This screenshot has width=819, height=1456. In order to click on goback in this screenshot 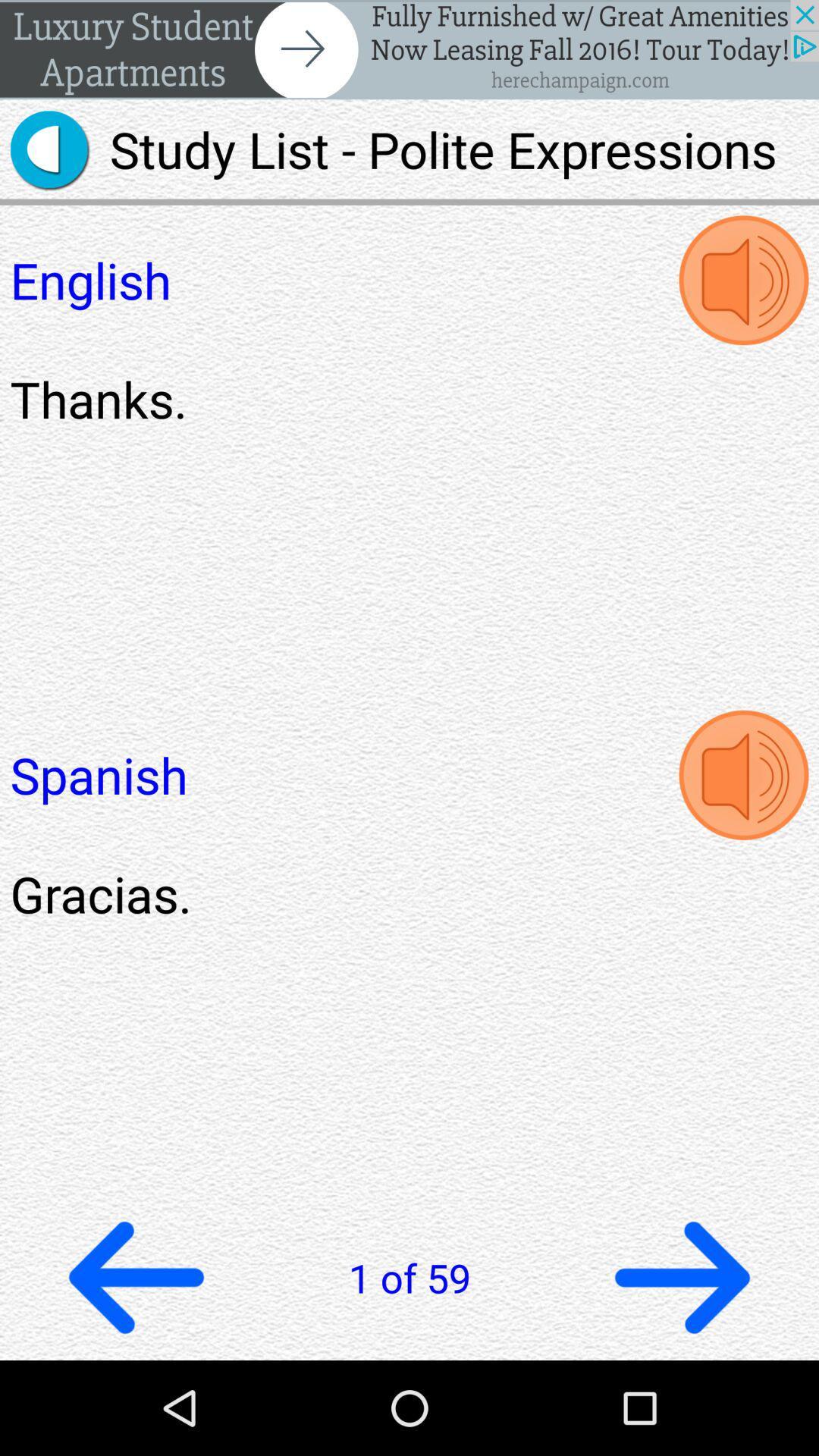, I will do `click(136, 1276)`.